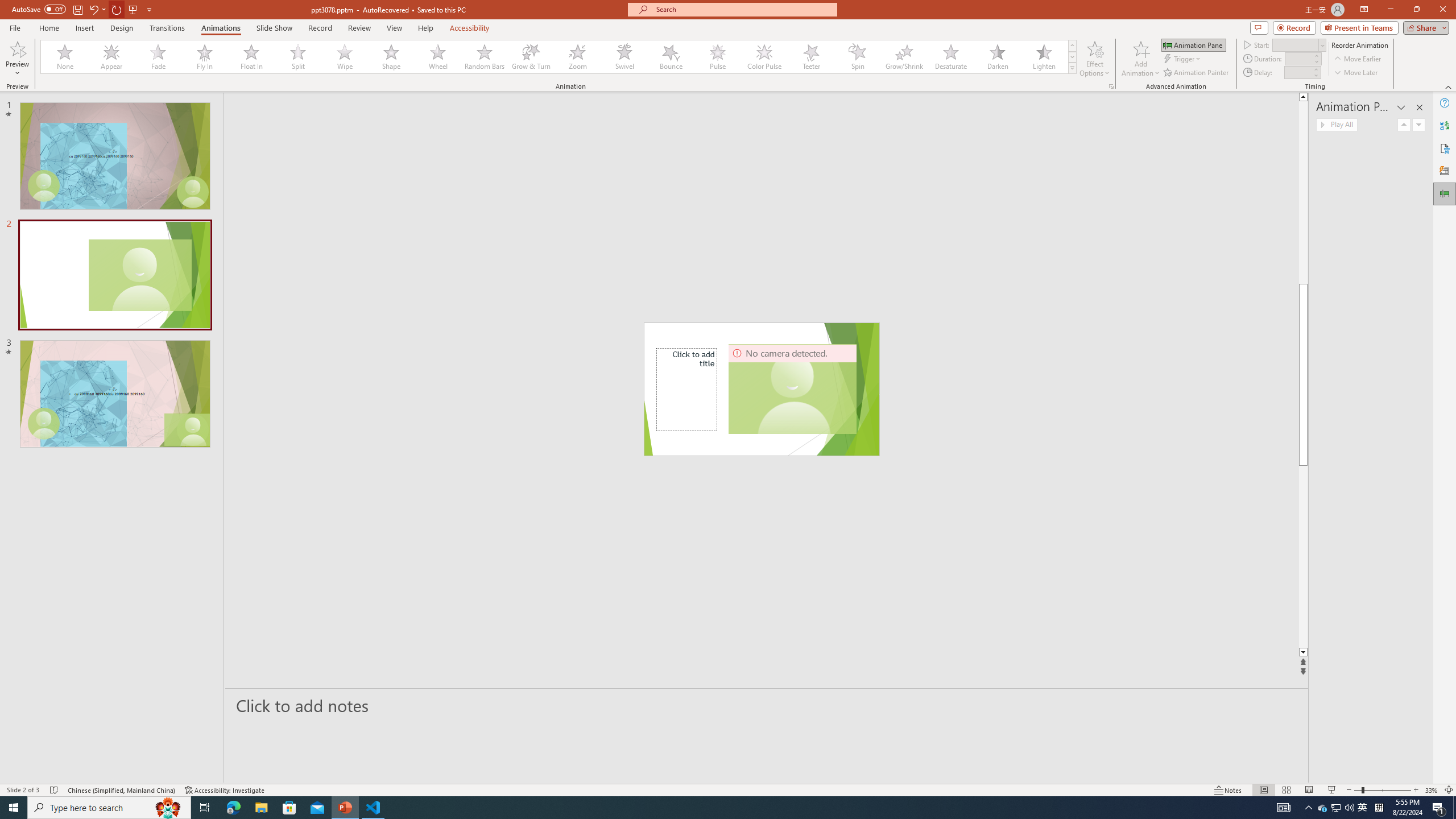  What do you see at coordinates (1298, 58) in the screenshot?
I see `'Animation Duration'` at bounding box center [1298, 58].